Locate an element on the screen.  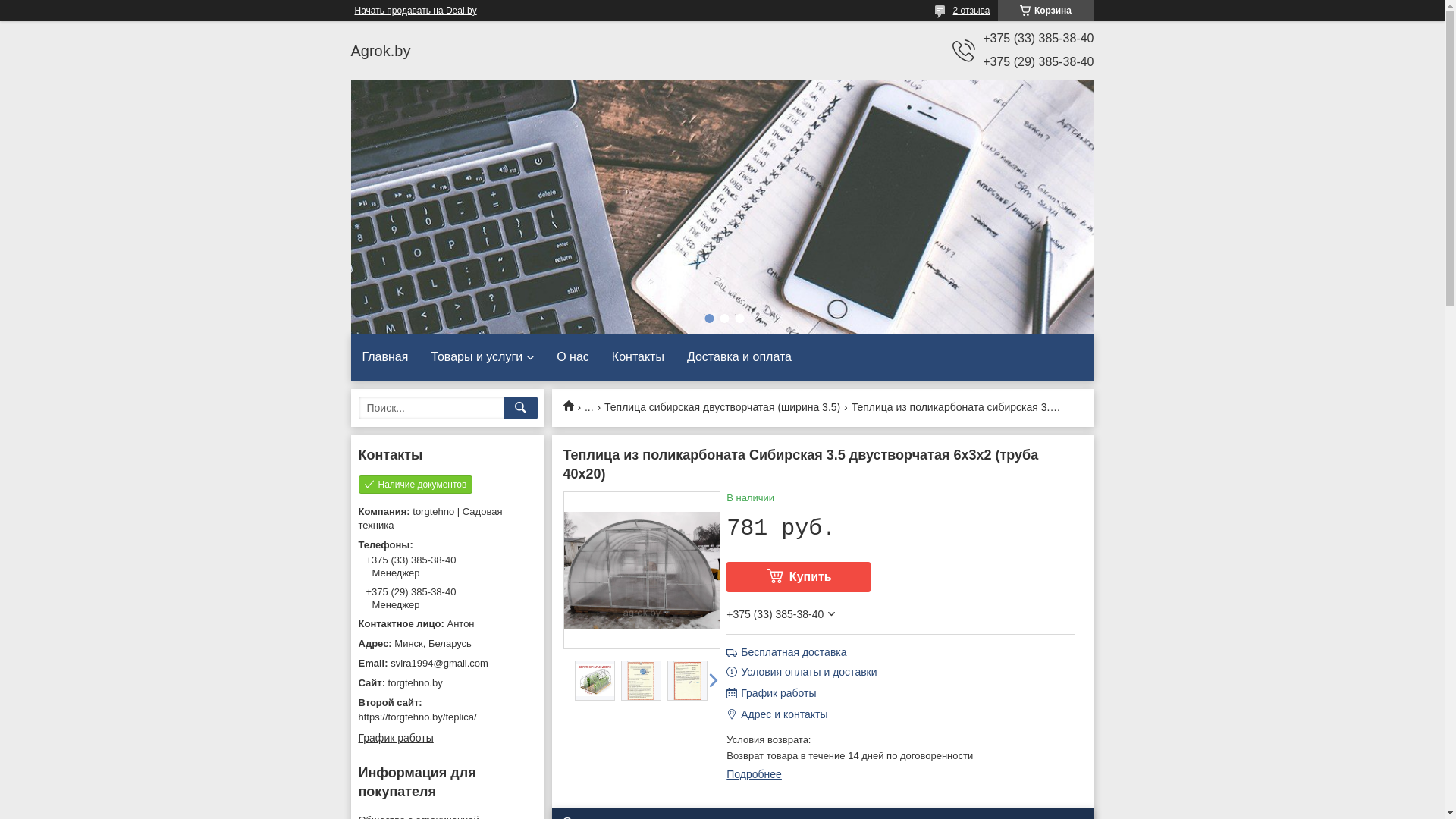
'svira1994@gmail.com' is located at coordinates (446, 663).